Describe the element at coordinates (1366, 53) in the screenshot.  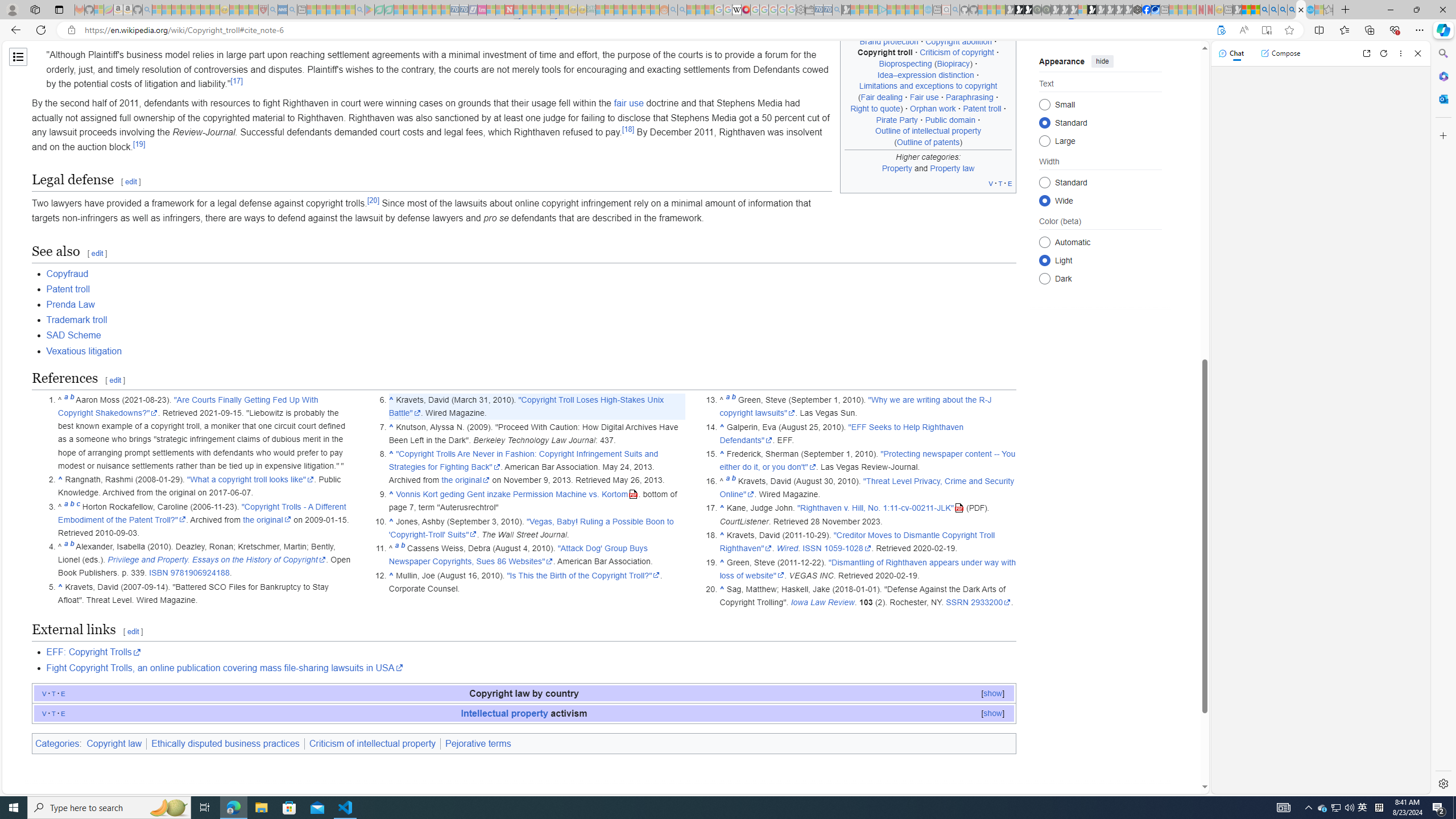
I see `'Open link in new tab'` at that location.